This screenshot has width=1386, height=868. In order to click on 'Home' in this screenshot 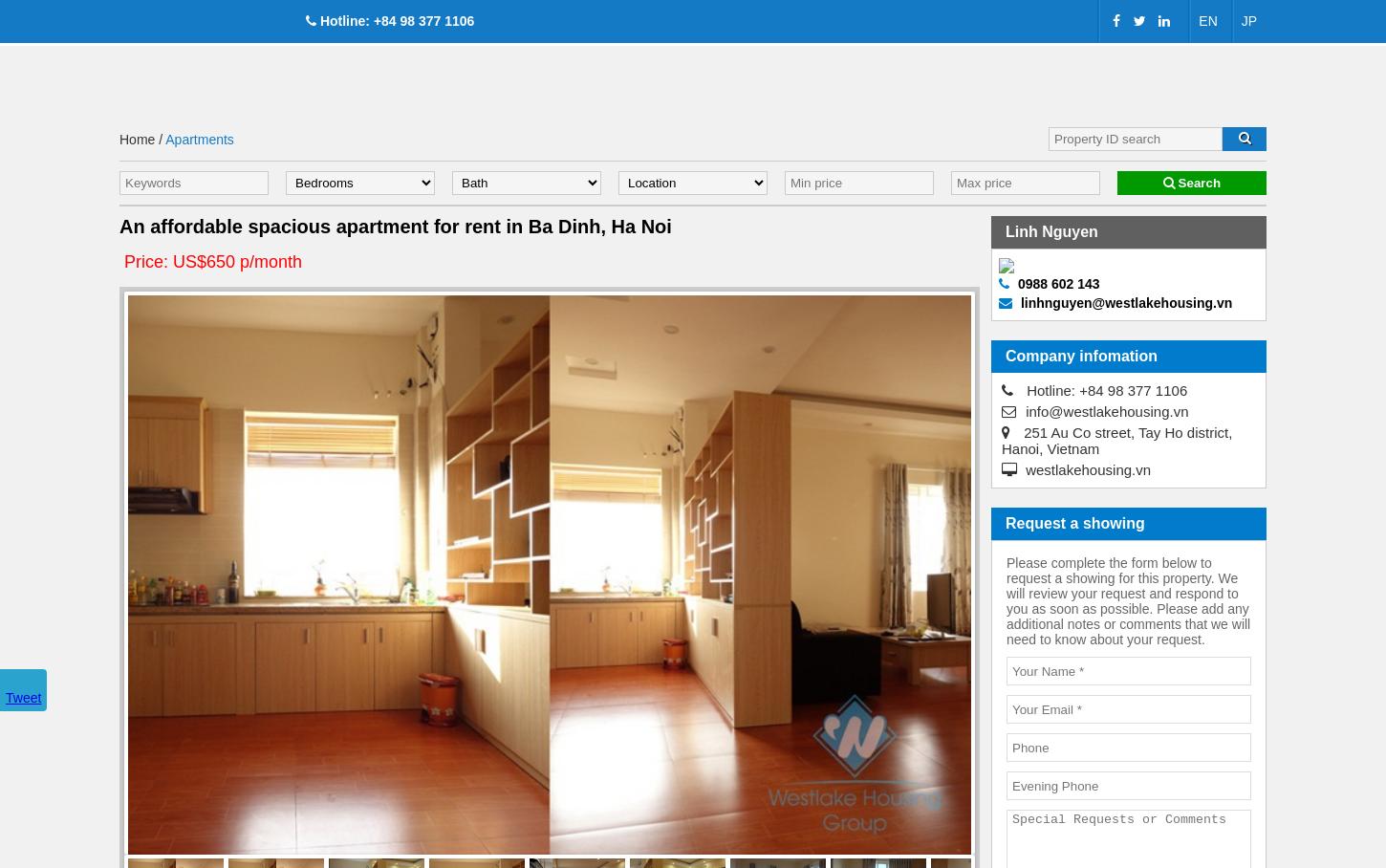, I will do `click(136, 140)`.